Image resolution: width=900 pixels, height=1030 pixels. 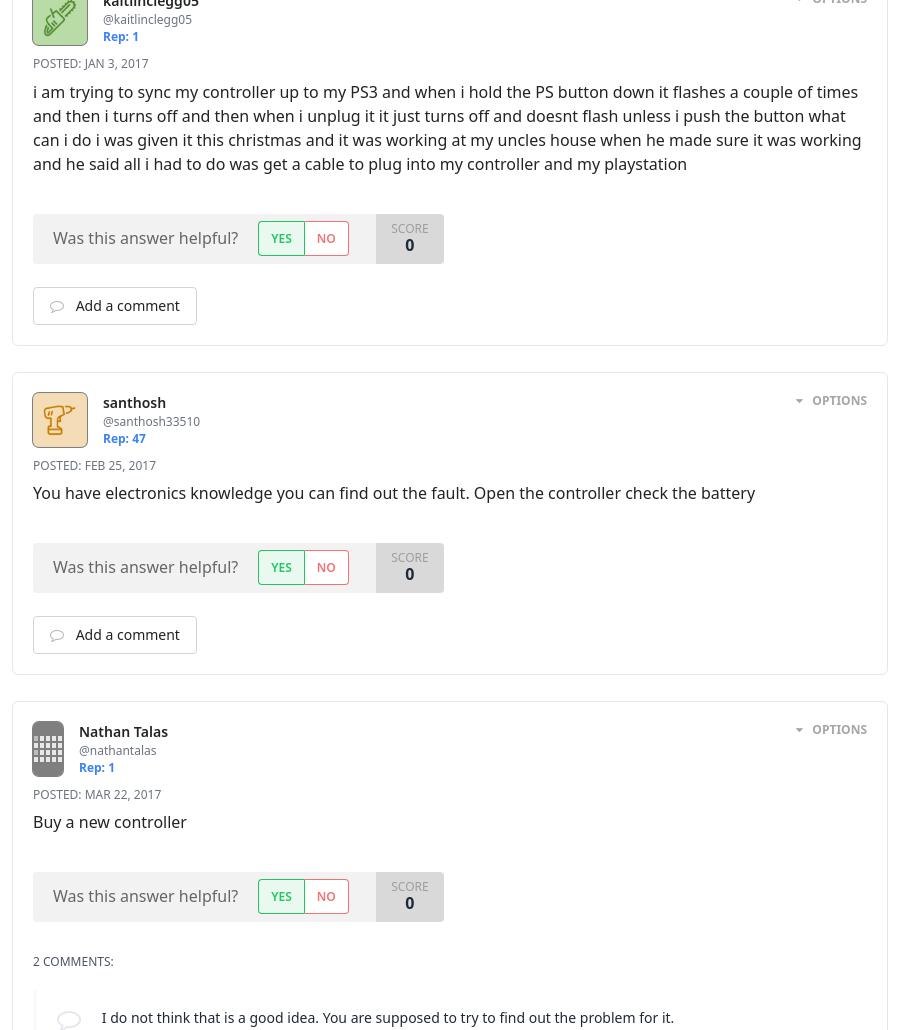 I want to click on '@nathantalas', so click(x=141, y=749).